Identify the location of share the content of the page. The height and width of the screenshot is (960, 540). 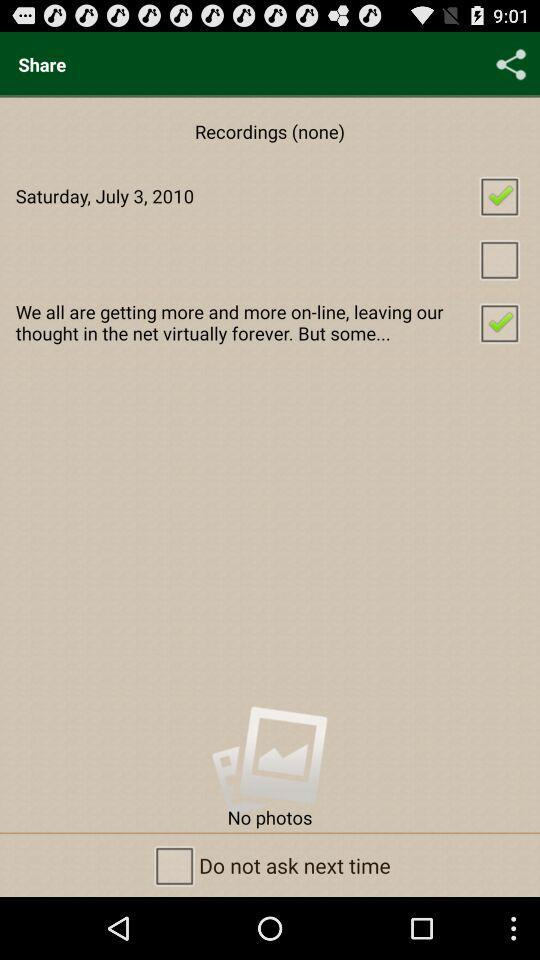
(511, 64).